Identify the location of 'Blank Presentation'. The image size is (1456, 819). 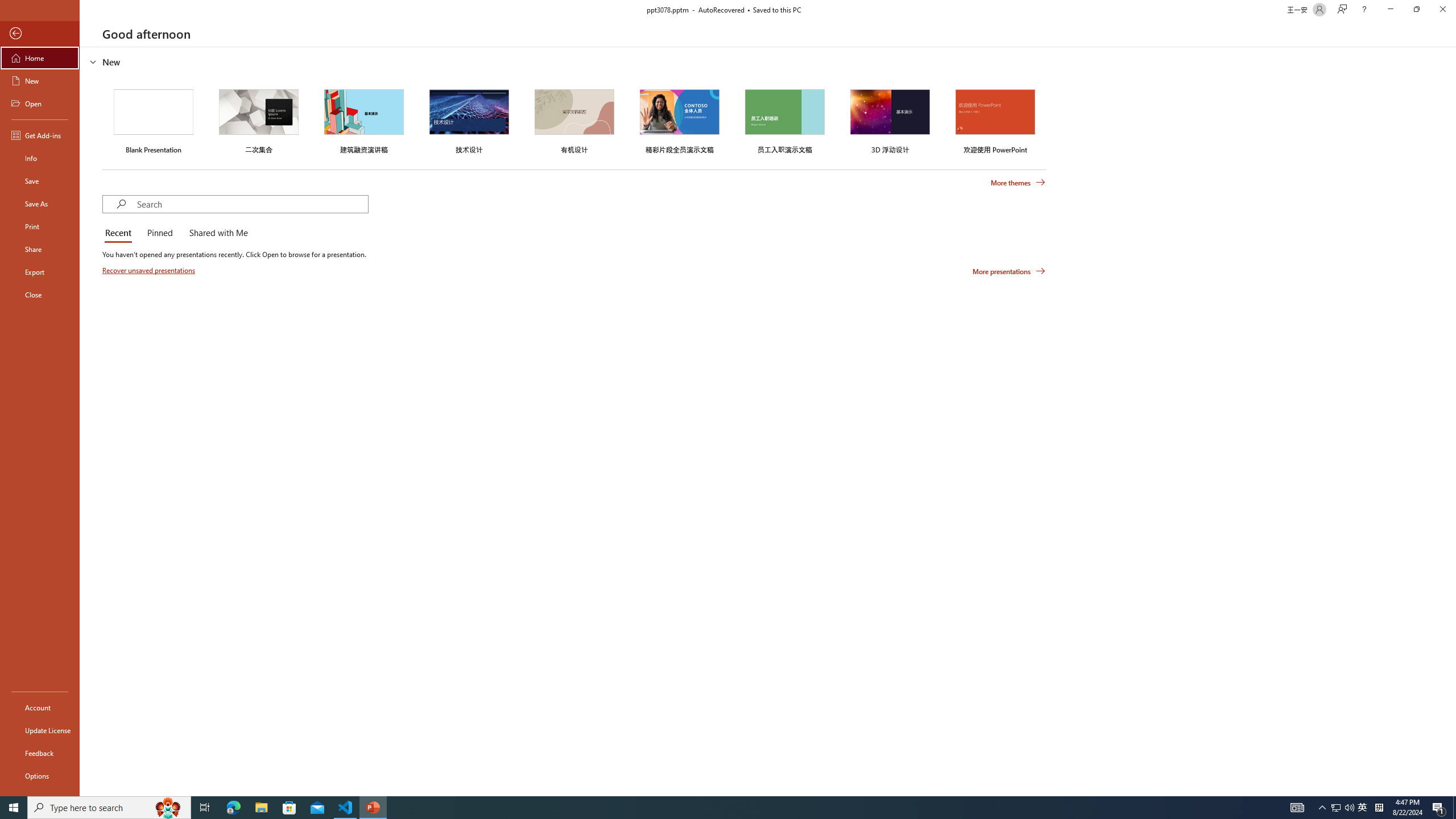
(153, 119).